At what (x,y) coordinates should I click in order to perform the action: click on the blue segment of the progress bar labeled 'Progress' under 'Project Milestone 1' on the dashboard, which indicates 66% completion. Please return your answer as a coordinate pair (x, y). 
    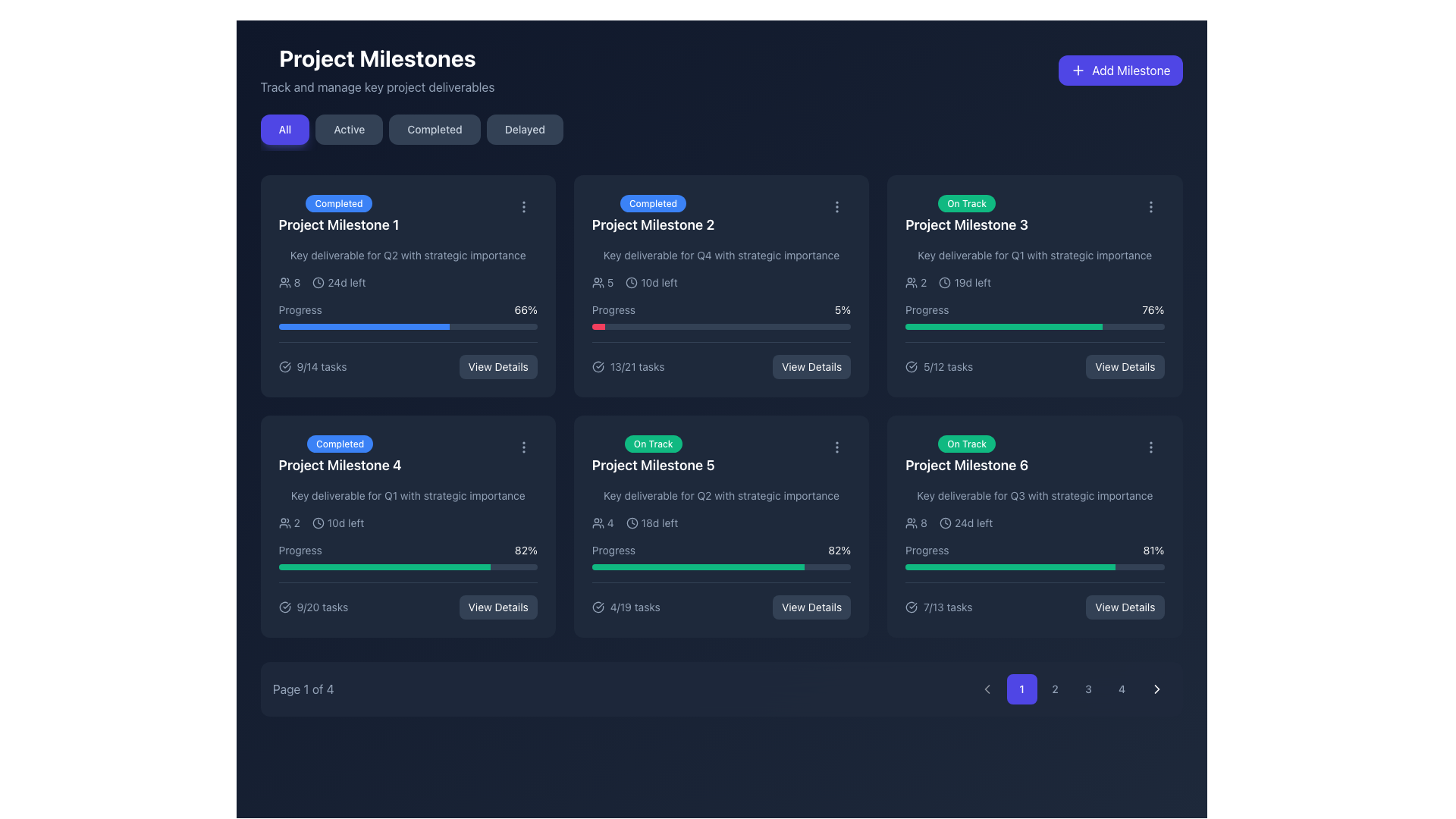
    Looking at the image, I should click on (364, 326).